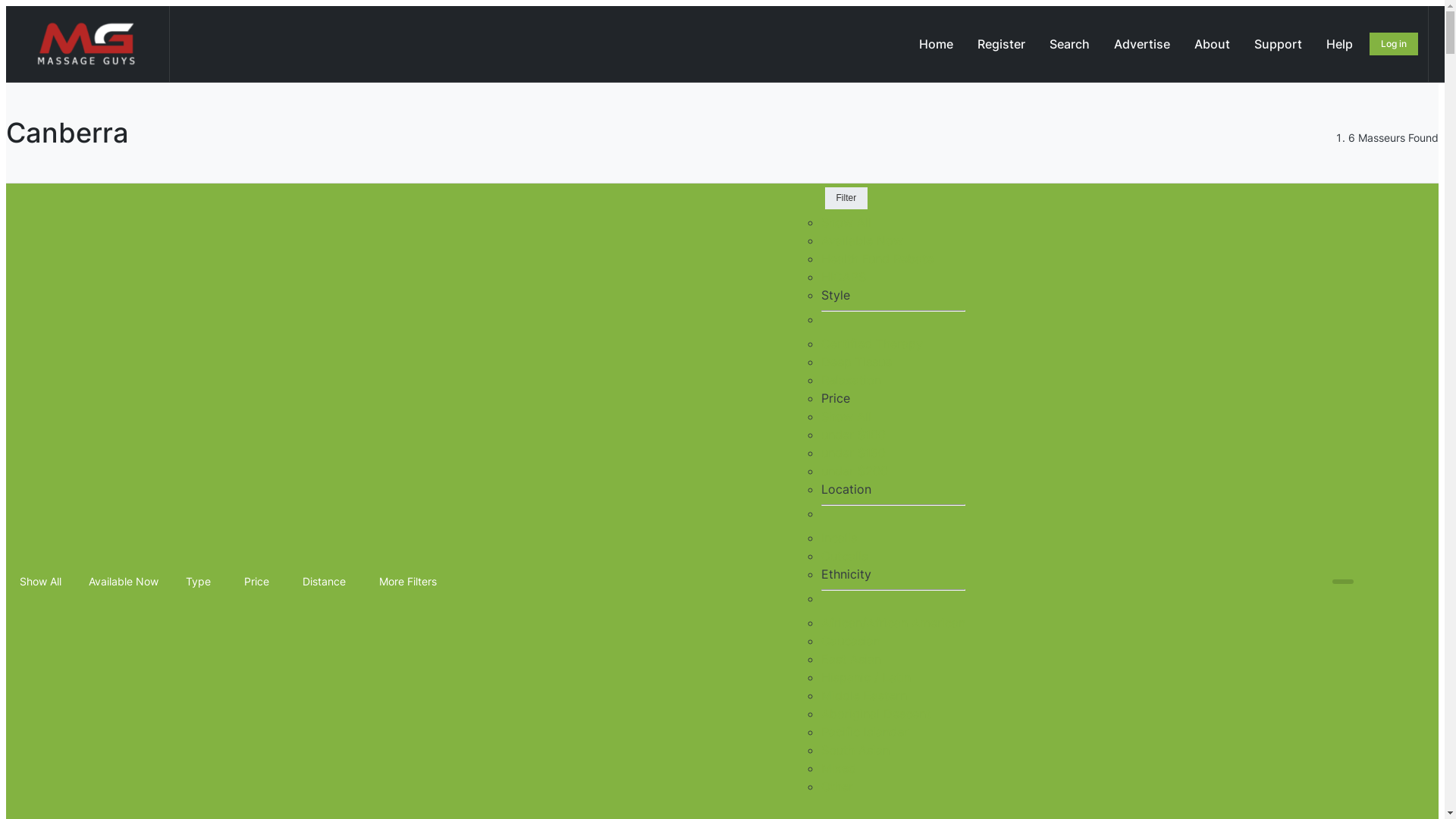 Image resolution: width=1456 pixels, height=819 pixels. Describe the element at coordinates (907, 42) in the screenshot. I see `'Home'` at that location.